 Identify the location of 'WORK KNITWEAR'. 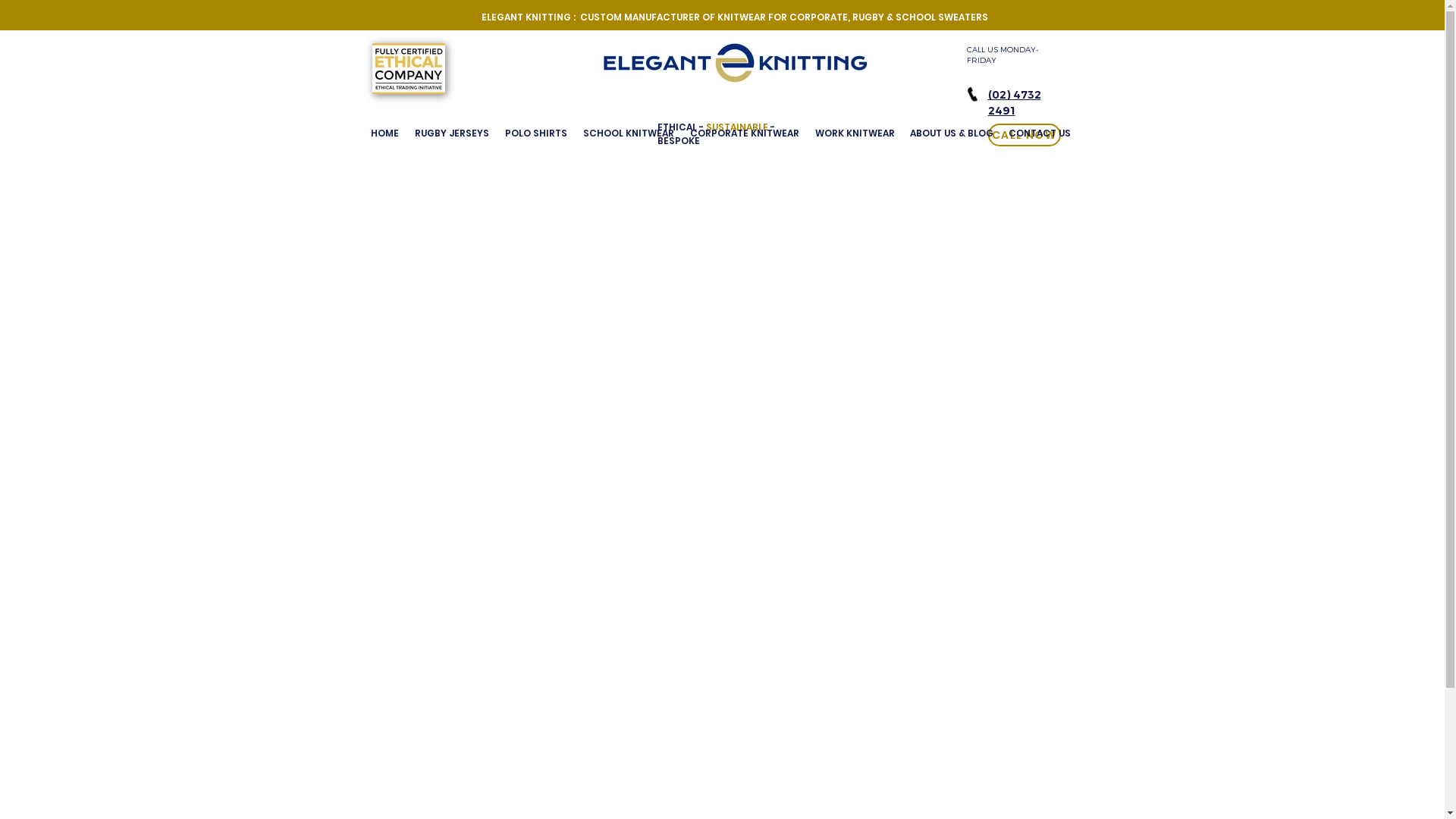
(854, 133).